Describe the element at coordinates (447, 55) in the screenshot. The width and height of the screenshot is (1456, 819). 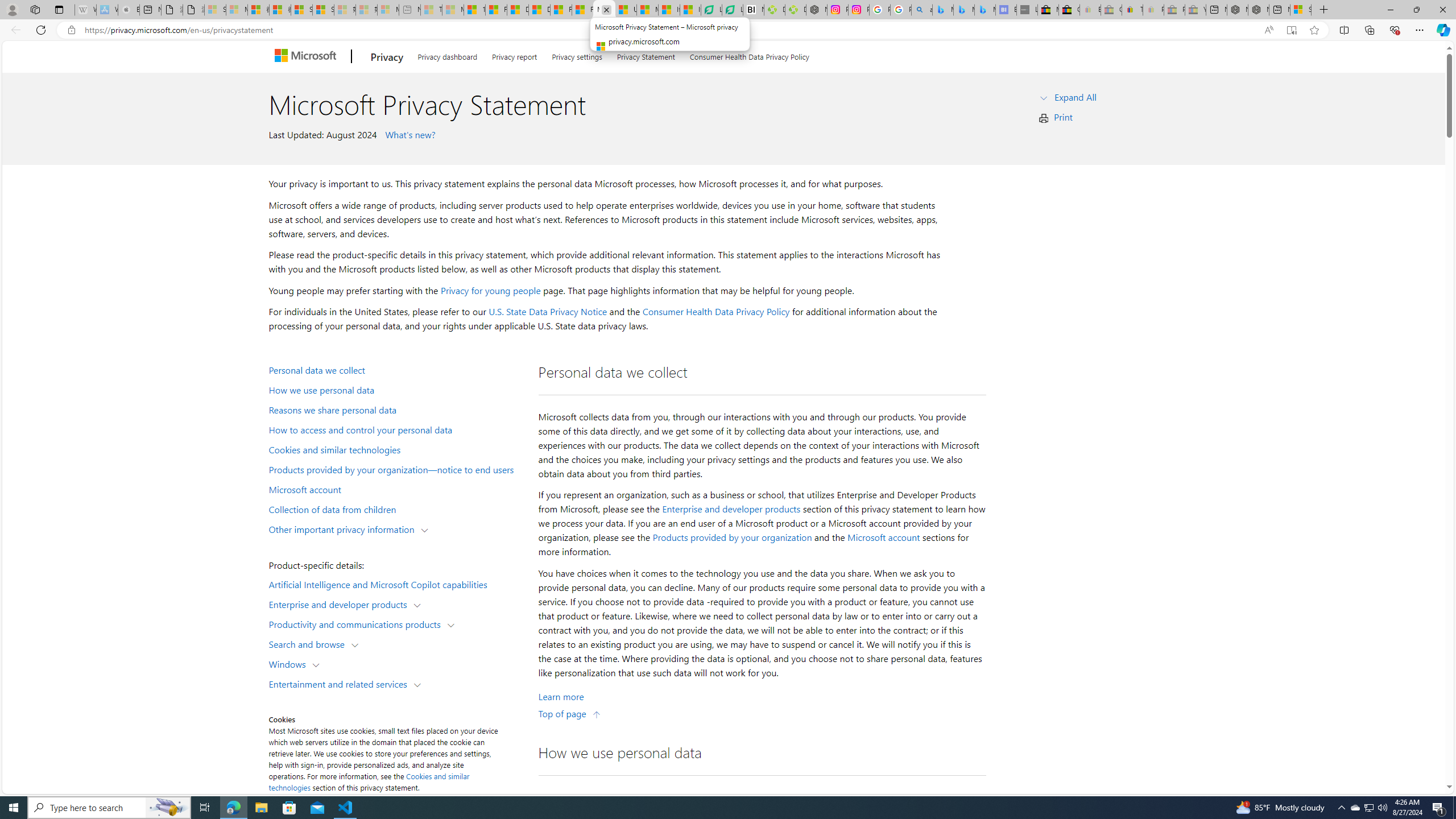
I see `'Privacy dashboard'` at that location.